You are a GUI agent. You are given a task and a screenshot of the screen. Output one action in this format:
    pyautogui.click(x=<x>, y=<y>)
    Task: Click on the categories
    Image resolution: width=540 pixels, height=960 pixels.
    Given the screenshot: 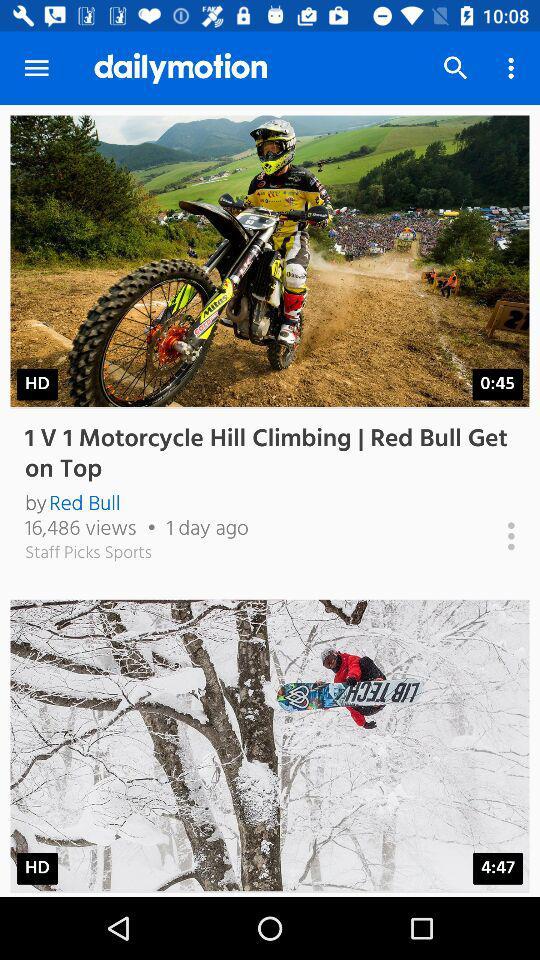 What is the action you would take?
    pyautogui.click(x=490, y=535)
    